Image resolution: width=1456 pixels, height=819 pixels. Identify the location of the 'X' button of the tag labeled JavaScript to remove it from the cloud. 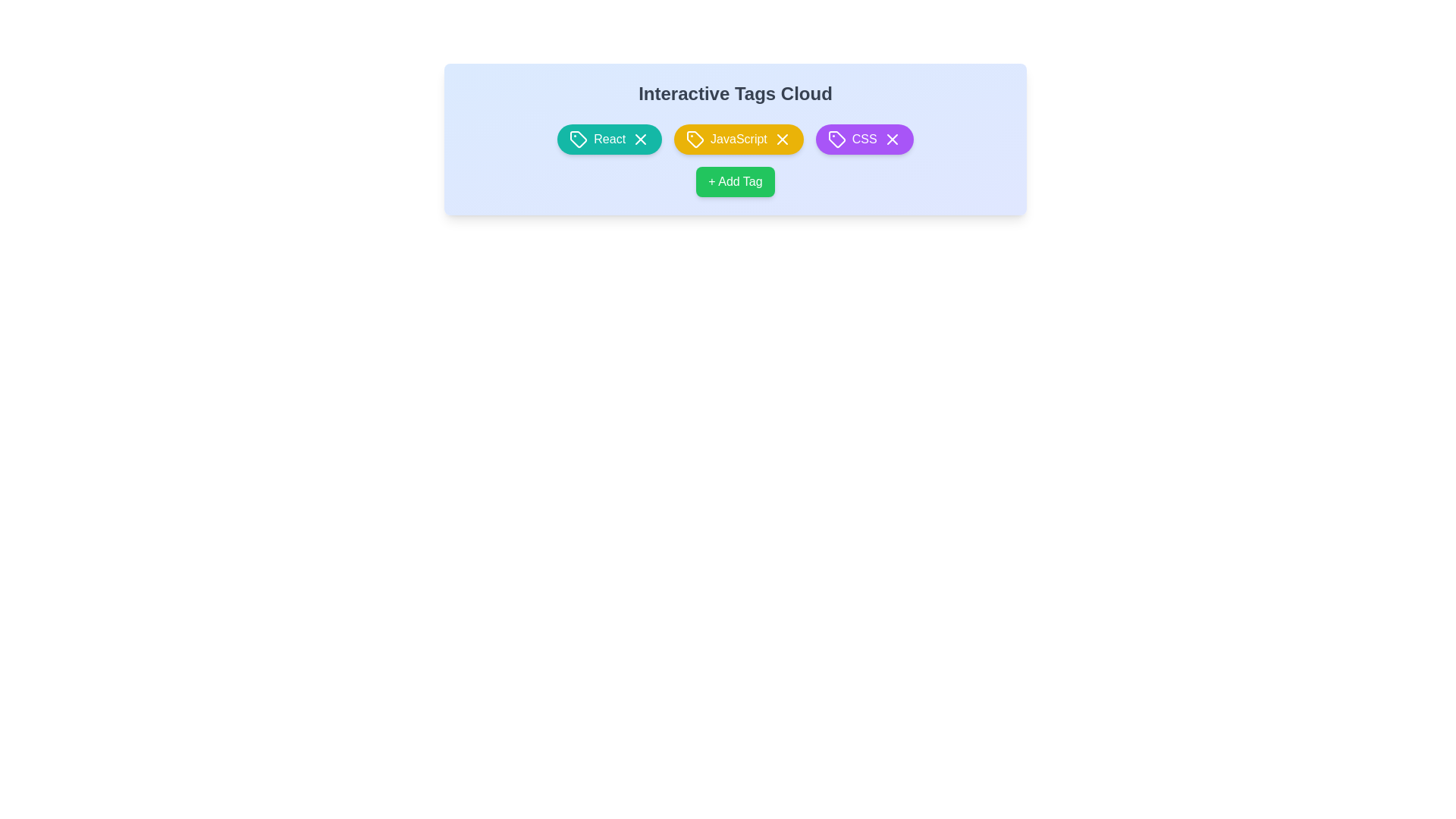
(782, 140).